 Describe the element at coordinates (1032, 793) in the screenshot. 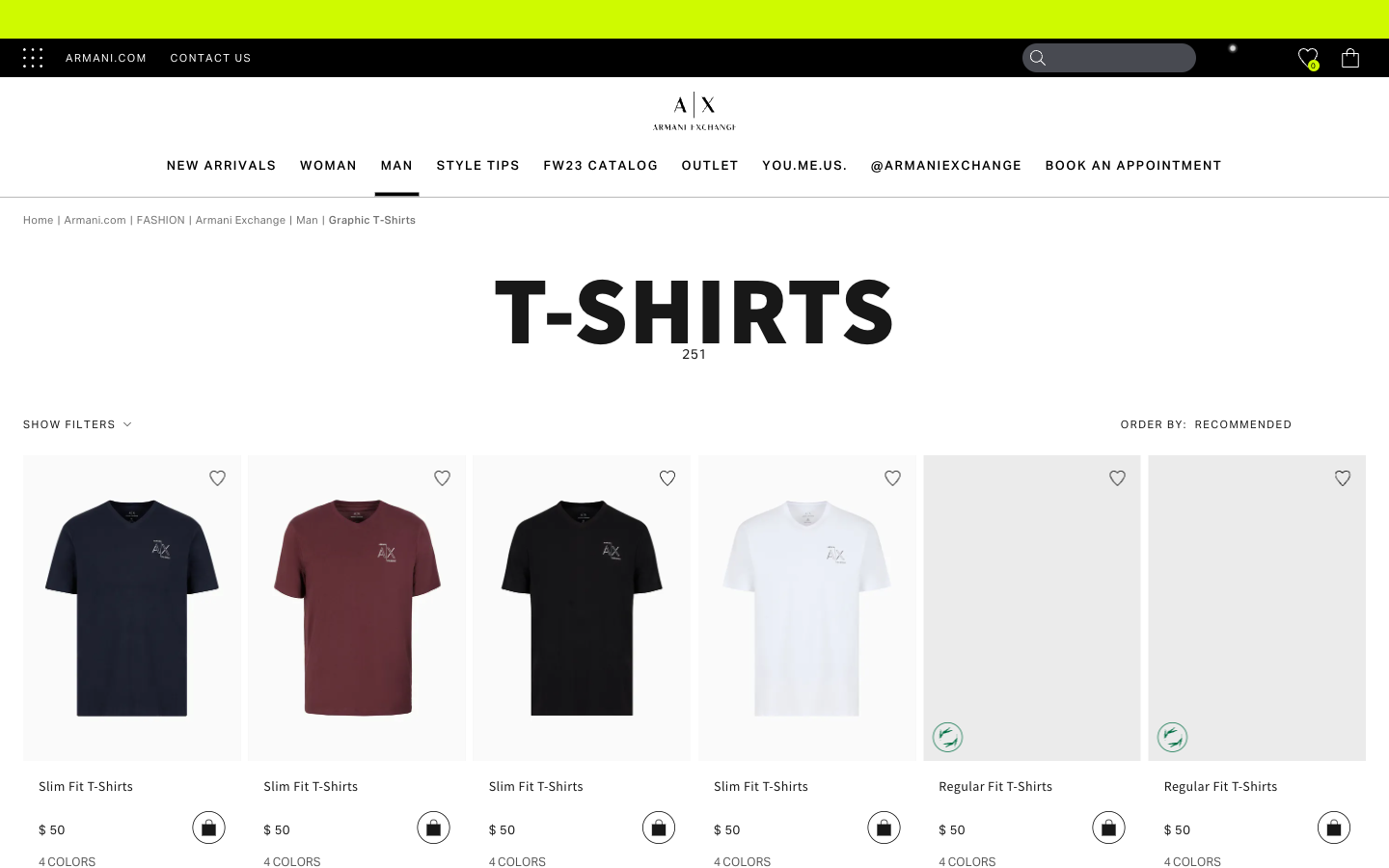

I see `the regular fit T-shirts to navigate to that selection` at that location.